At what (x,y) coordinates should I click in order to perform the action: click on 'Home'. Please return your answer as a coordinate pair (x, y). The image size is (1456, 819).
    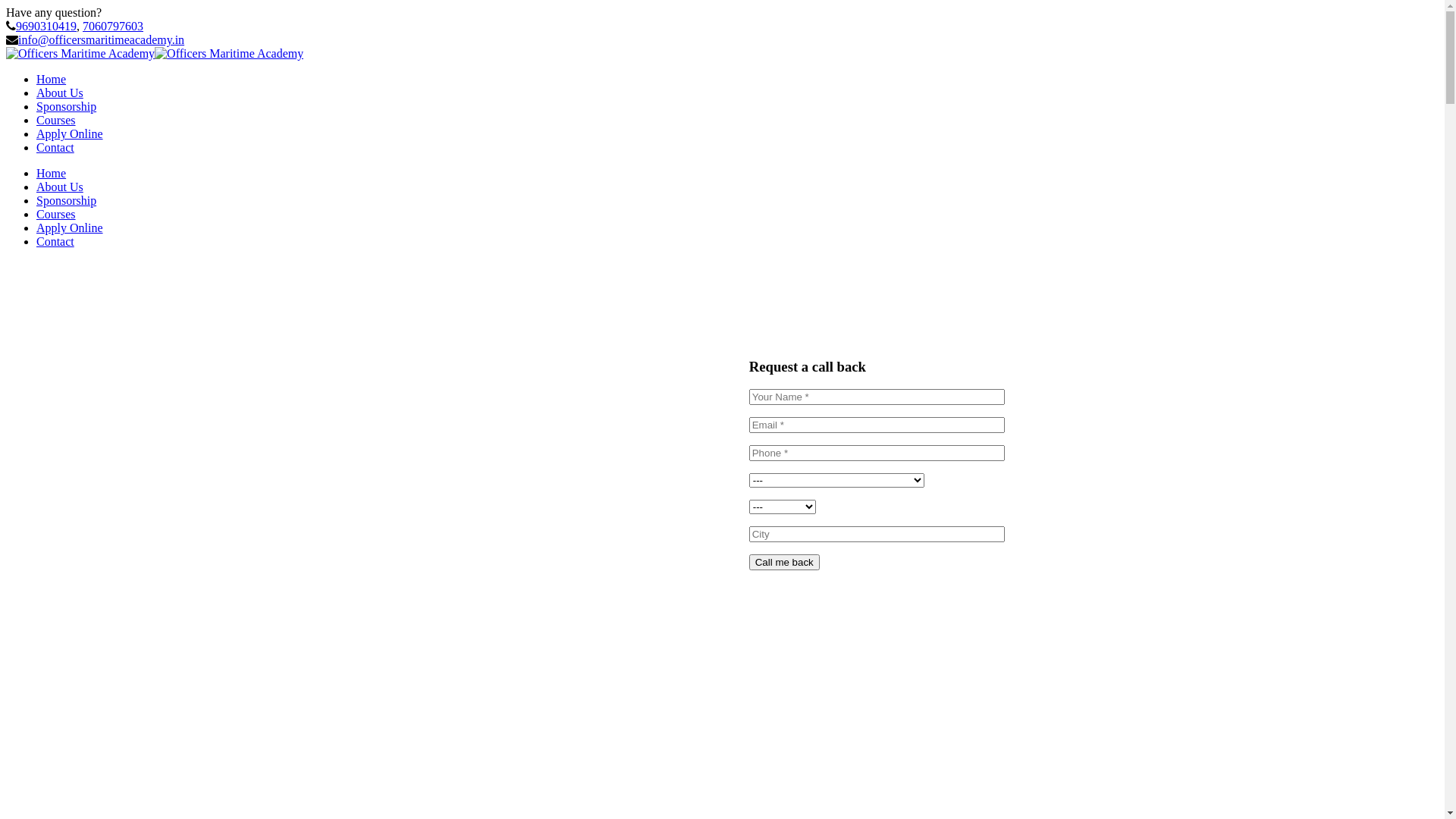
    Looking at the image, I should click on (51, 79).